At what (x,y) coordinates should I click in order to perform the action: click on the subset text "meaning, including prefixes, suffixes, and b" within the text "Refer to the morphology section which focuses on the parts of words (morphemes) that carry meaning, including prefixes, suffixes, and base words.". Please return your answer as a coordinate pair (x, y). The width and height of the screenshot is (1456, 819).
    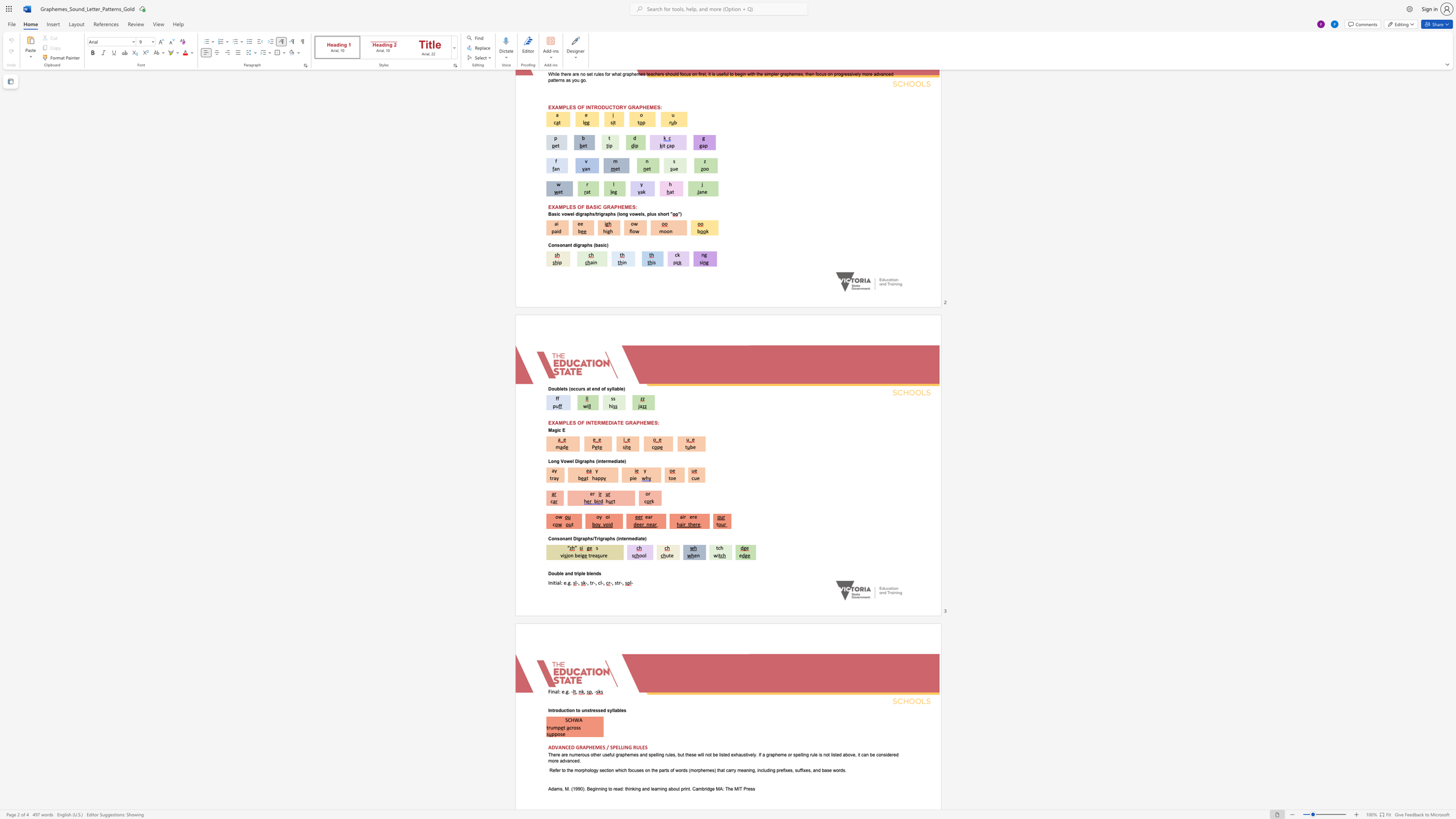
    Looking at the image, I should click on (737, 770).